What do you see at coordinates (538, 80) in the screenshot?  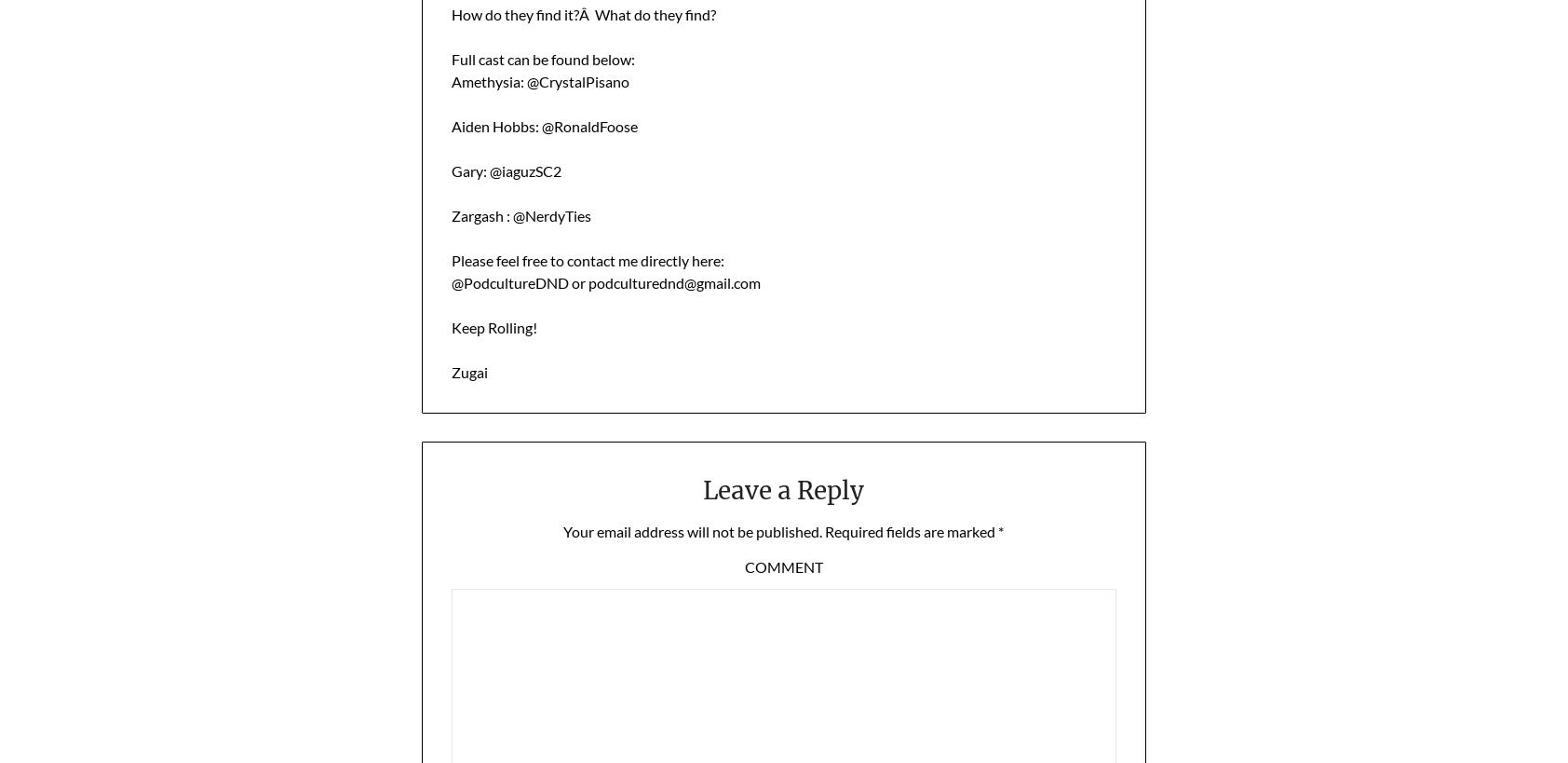 I see `'Amethysia: @CrystalPisano'` at bounding box center [538, 80].